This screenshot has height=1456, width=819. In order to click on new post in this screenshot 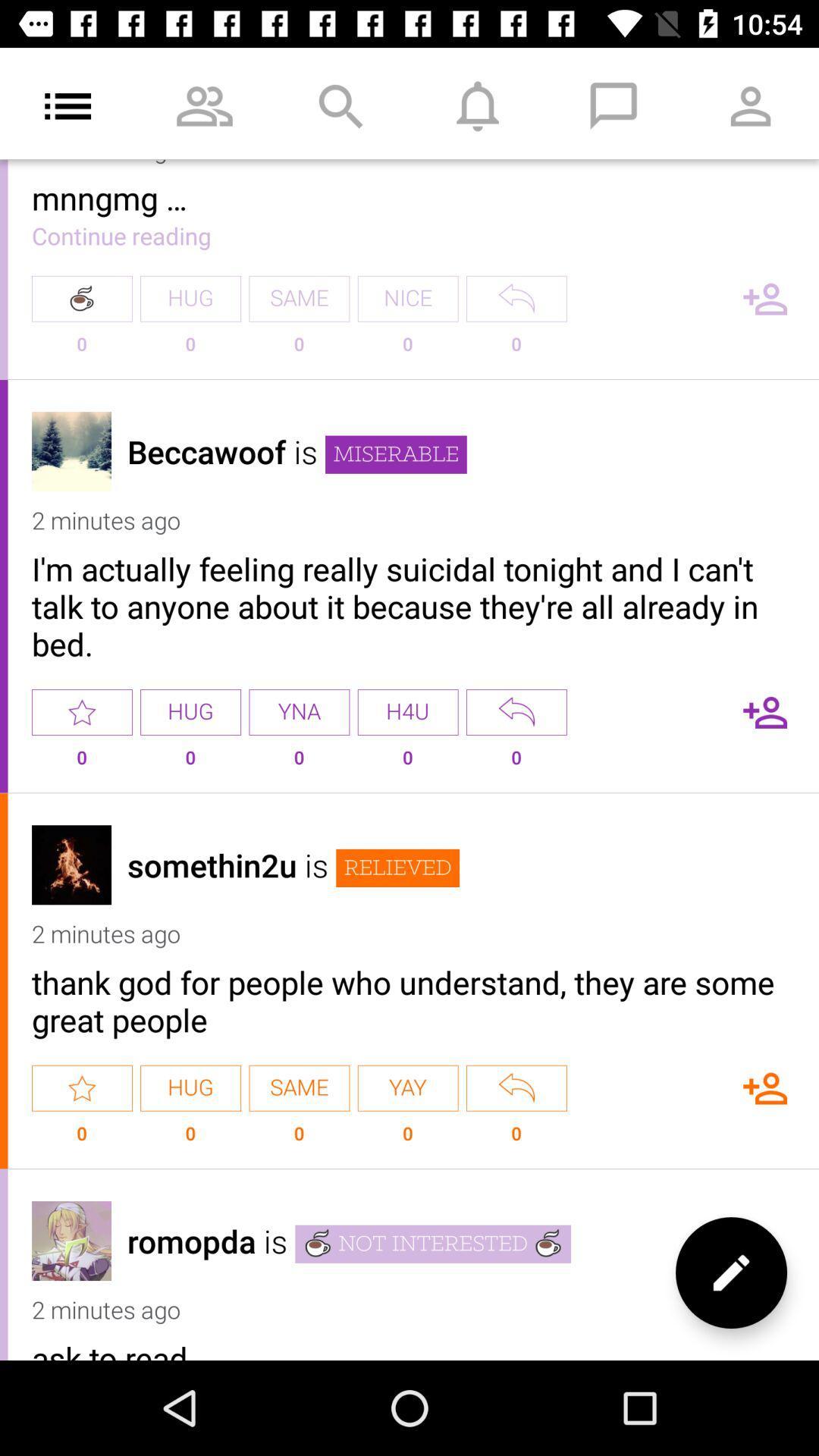, I will do `click(730, 1272)`.